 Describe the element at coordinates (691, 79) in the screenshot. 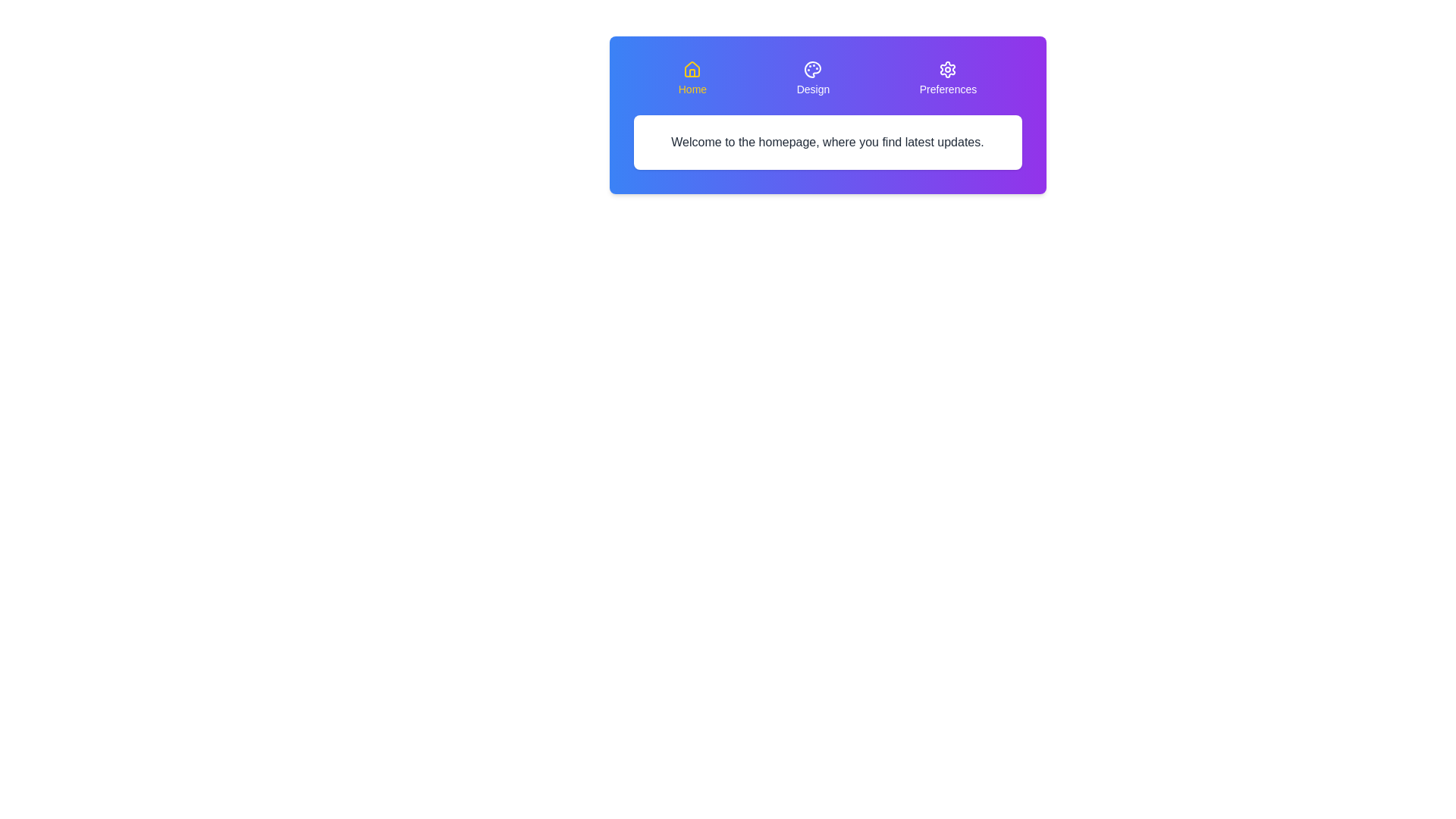

I see `the Home tab by clicking on it` at that location.